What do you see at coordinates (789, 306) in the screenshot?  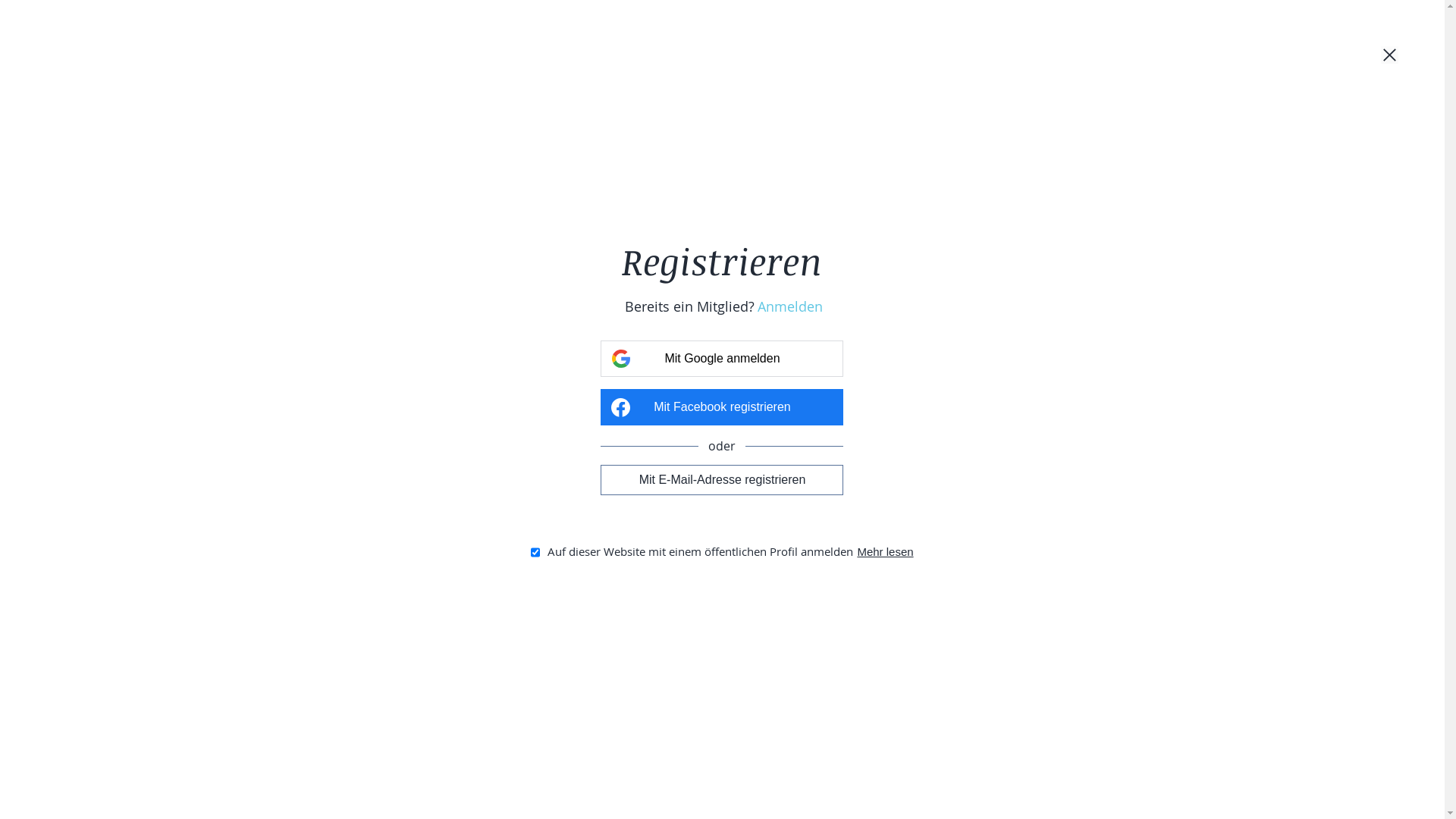 I see `'Anmelden'` at bounding box center [789, 306].